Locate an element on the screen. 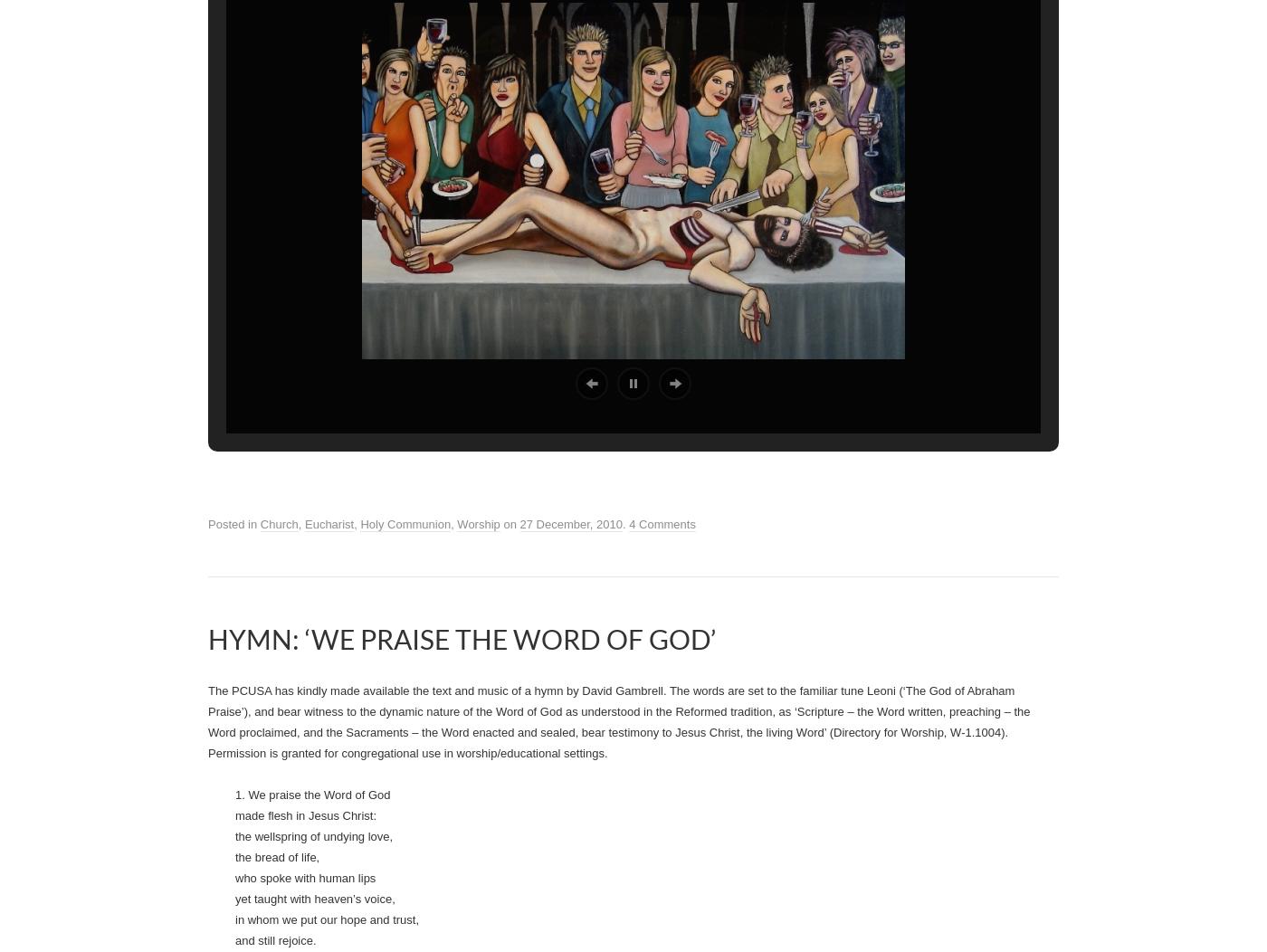 The height and width of the screenshot is (952, 1267). ', José Comblin recalls that ‘Christendom has meant that there has been a close alliance between the clergy and the civil powers, meaning the civil authorities. A long reflection that is not only theory, but that has emerged out of living together with the poorest of the people, has demonstrated that this alliance has left no space for the Church of the Poor. This alliance has treated the poor like beggars, and has not allowed them to grow socially and/or culturally. This has been the case despite the pretty speeches of the authorities, meaning the dominant aristocracies’ (p. 75).' is located at coordinates (631, 114).